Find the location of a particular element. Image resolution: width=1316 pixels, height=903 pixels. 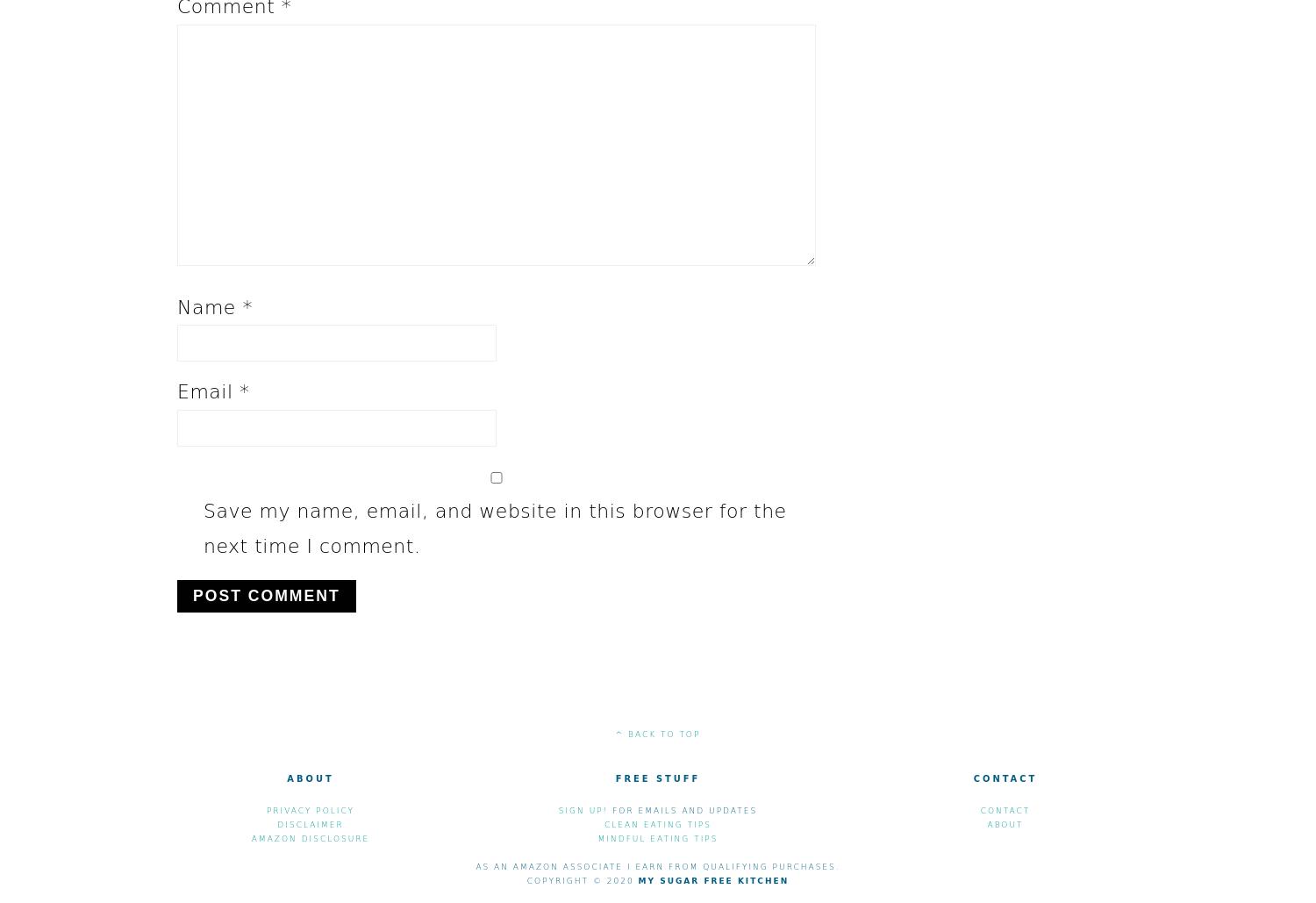

'Free Stuff' is located at coordinates (656, 778).